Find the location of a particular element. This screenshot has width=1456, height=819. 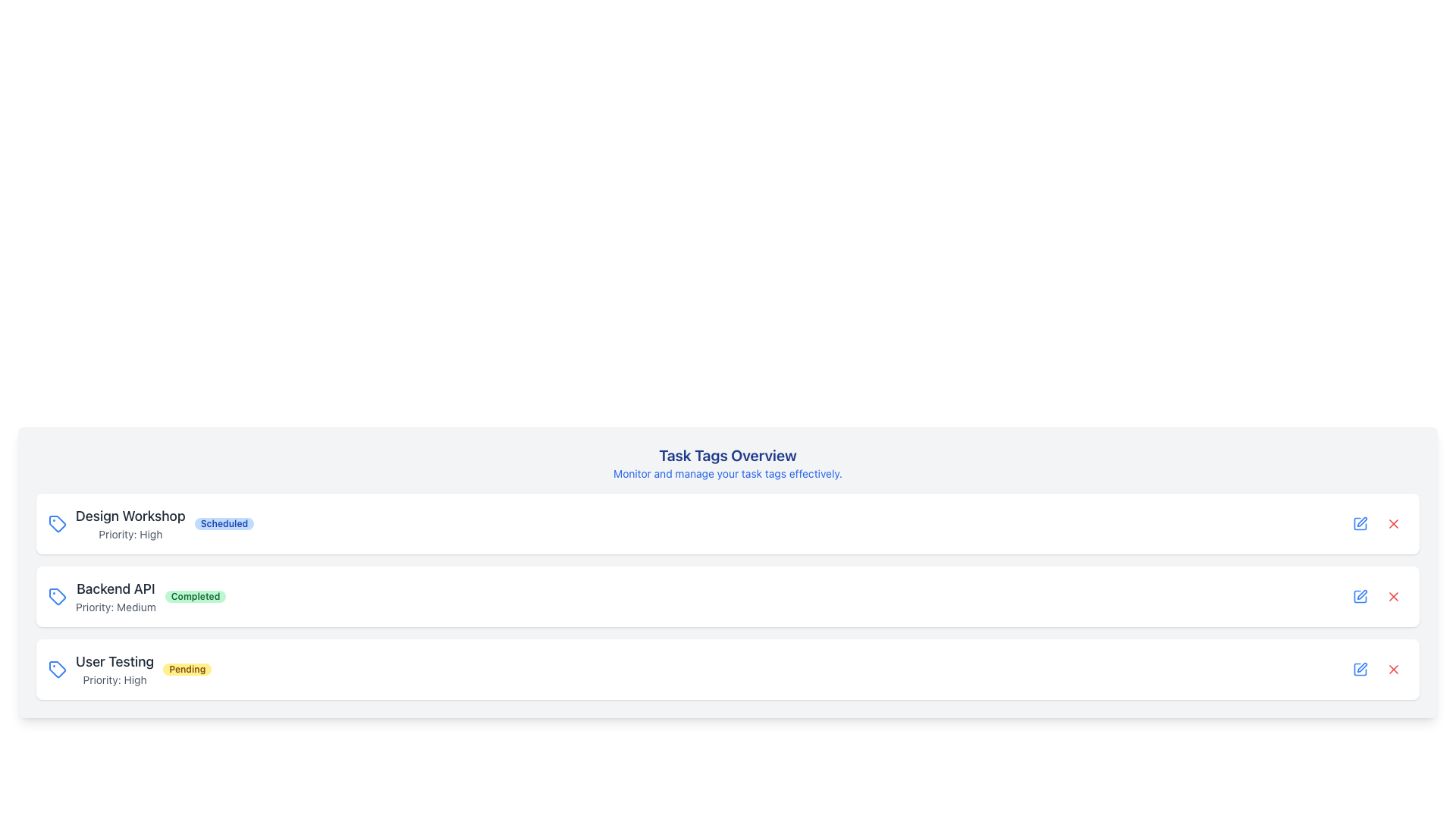

the red 'X' icon button located on the far right side of the third row is located at coordinates (1394, 522).